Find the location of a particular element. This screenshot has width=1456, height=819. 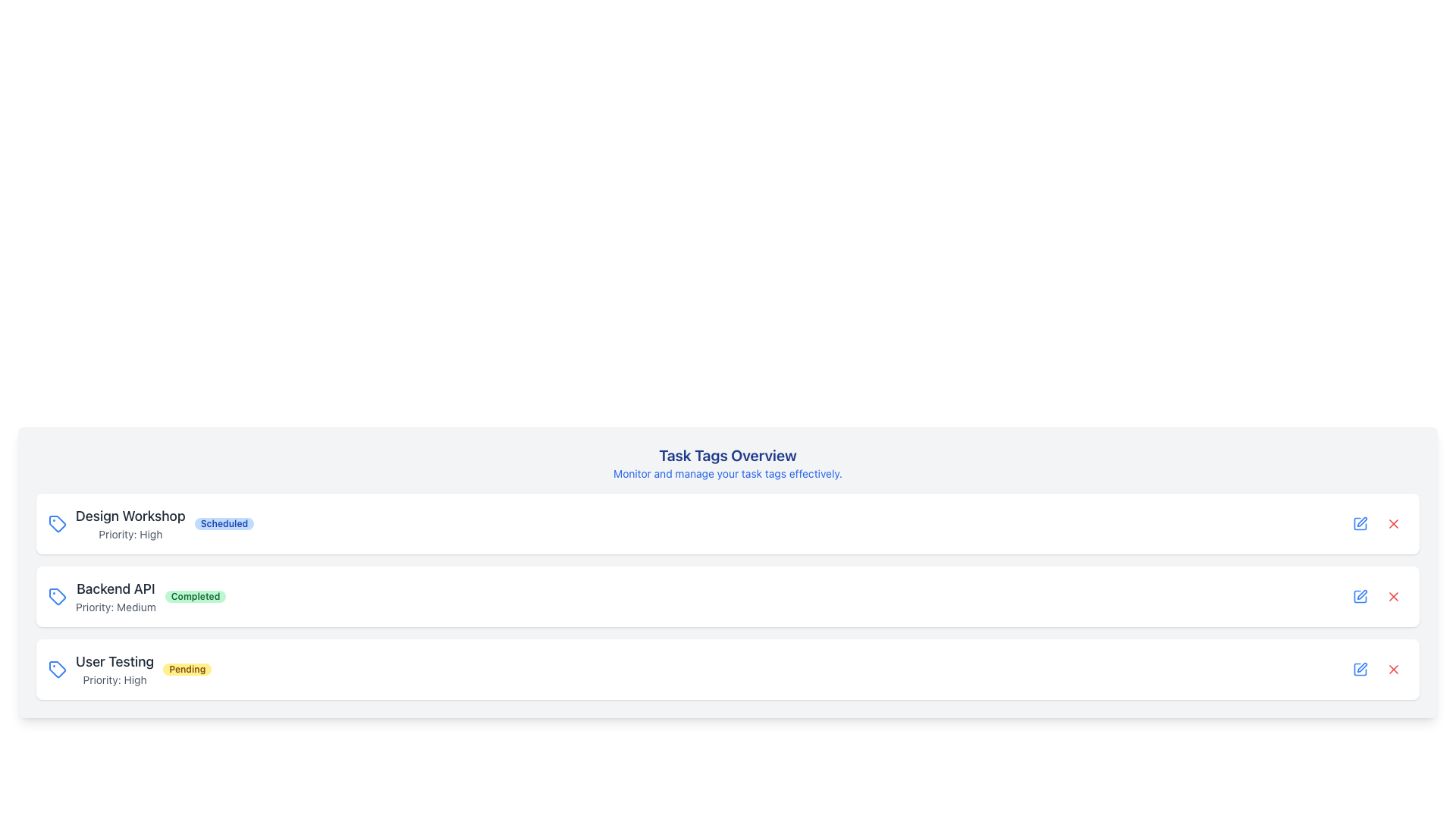

the red 'X' icon button located on the far right side of the third row is located at coordinates (1394, 522).